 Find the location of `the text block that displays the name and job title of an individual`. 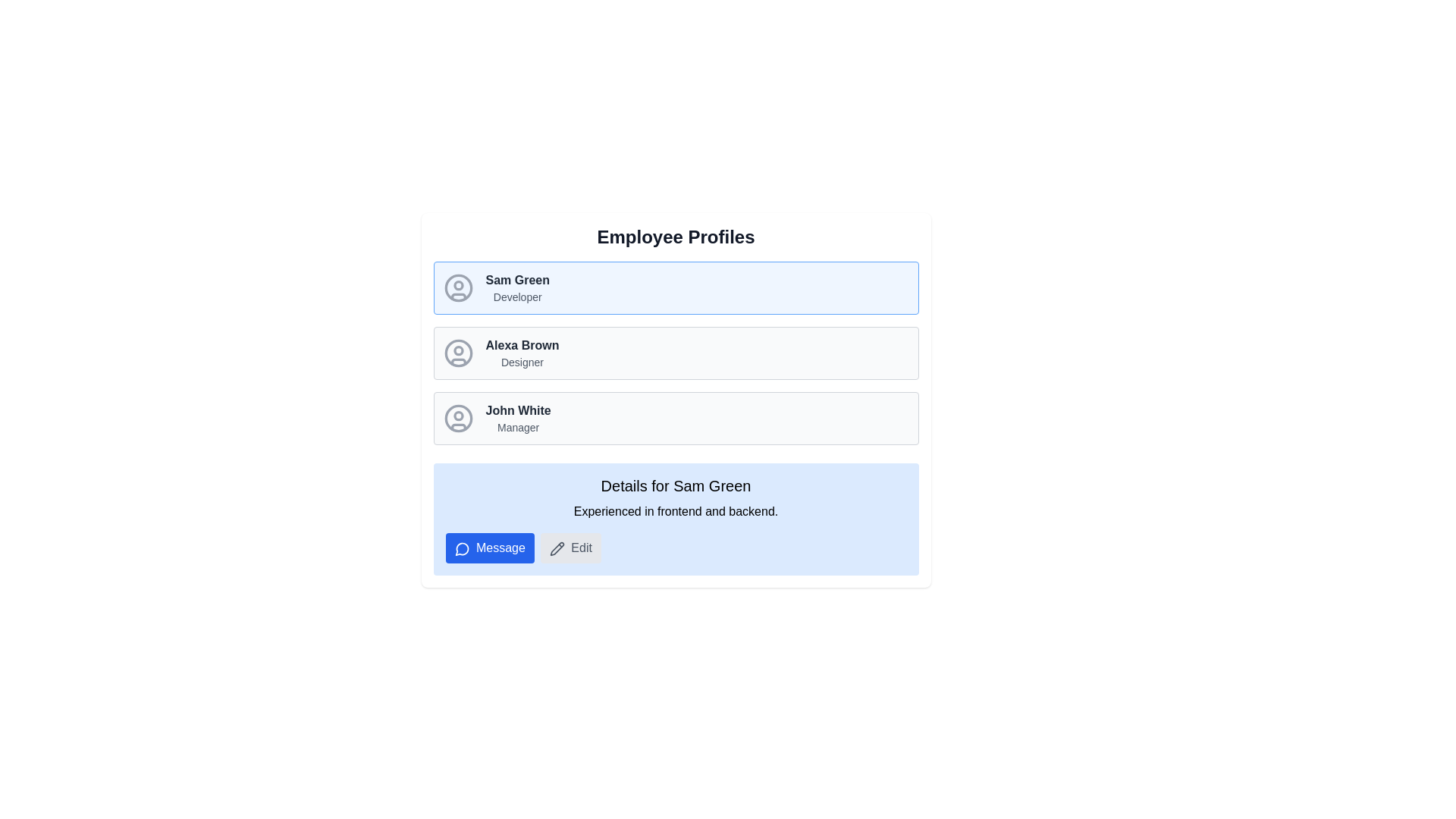

the text block that displays the name and job title of an individual is located at coordinates (517, 288).